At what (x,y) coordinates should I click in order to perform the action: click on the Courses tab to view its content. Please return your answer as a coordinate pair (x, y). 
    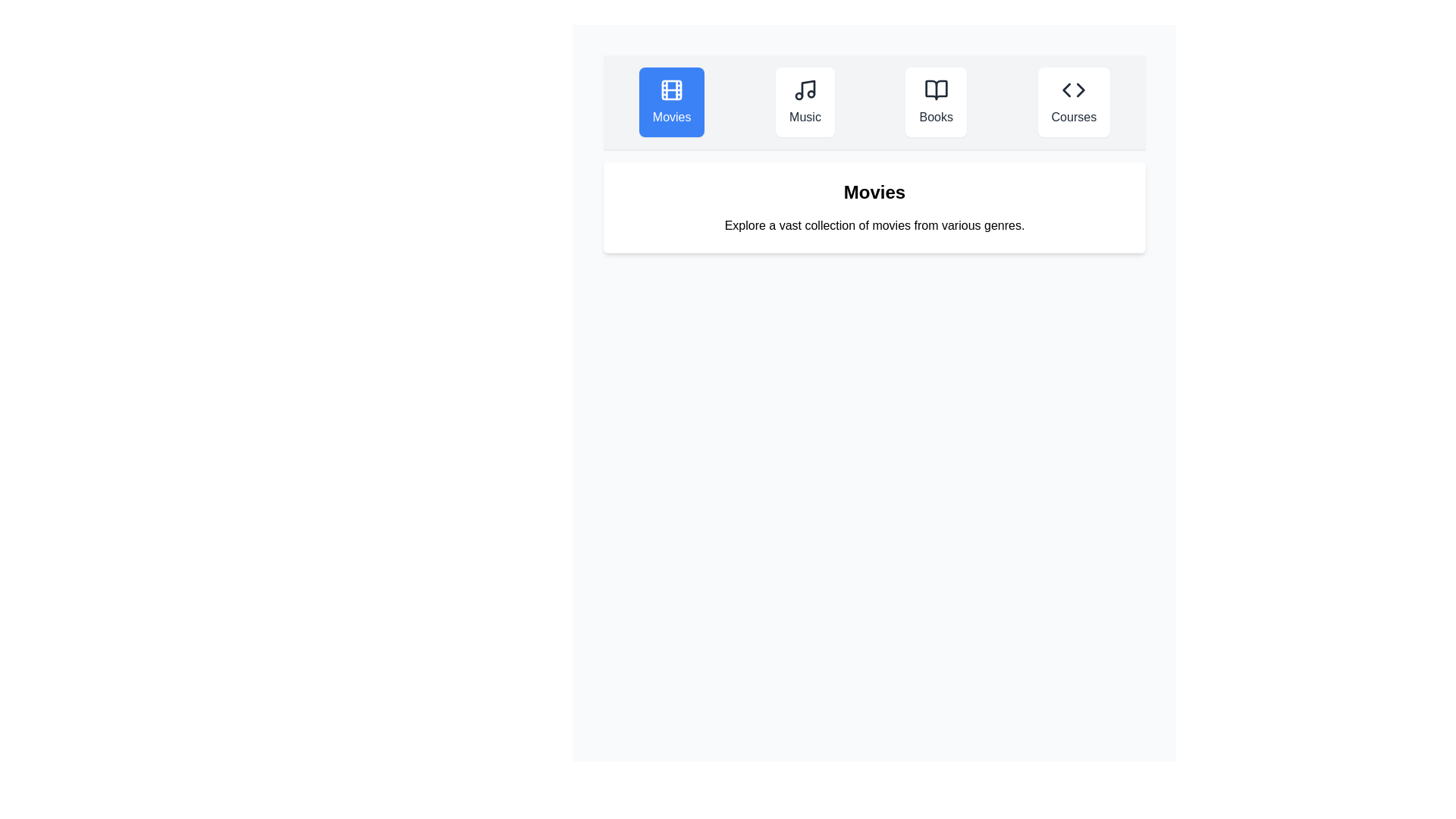
    Looking at the image, I should click on (1073, 102).